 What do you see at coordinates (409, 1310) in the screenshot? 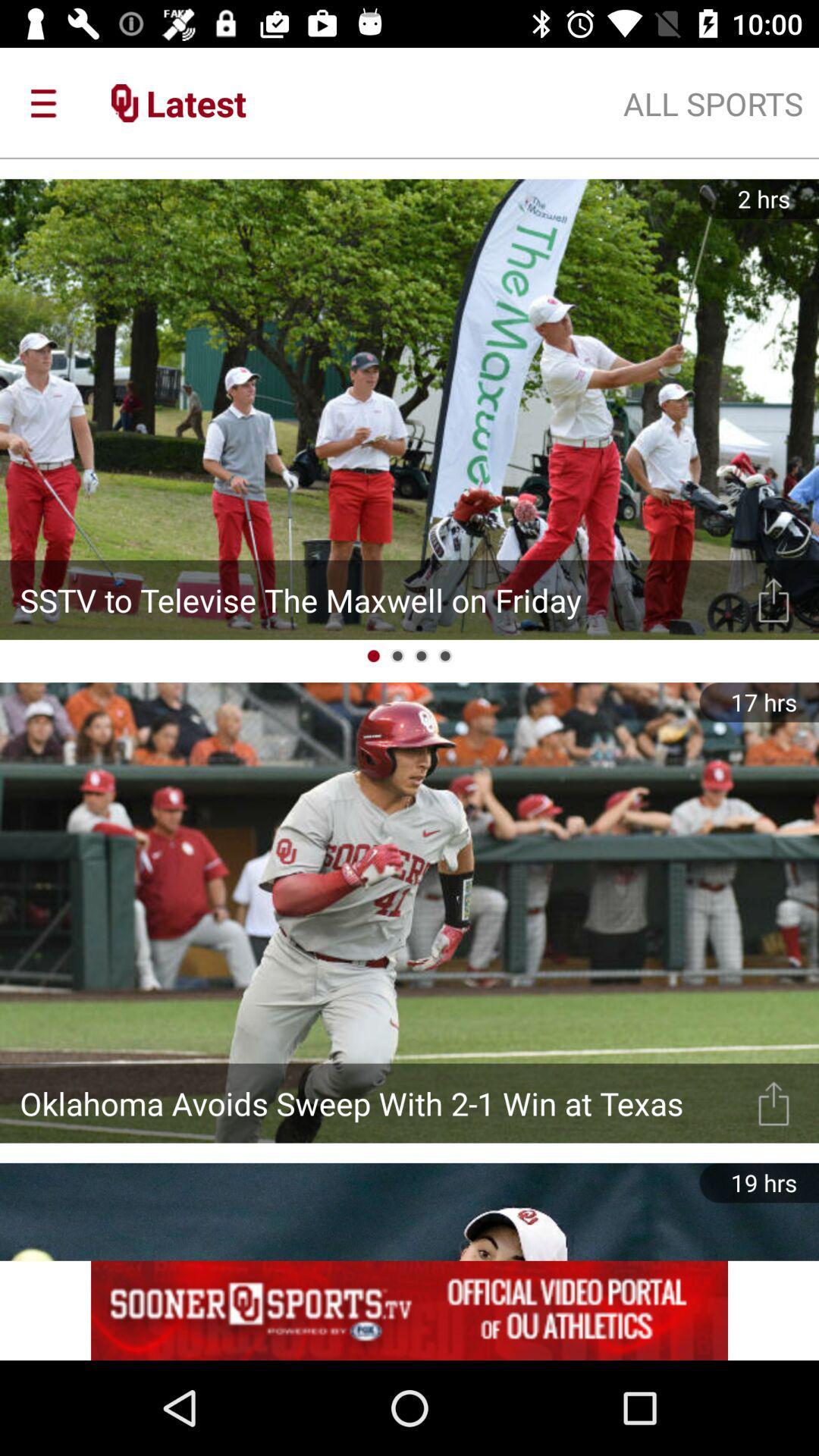
I see `advertisement` at bounding box center [409, 1310].